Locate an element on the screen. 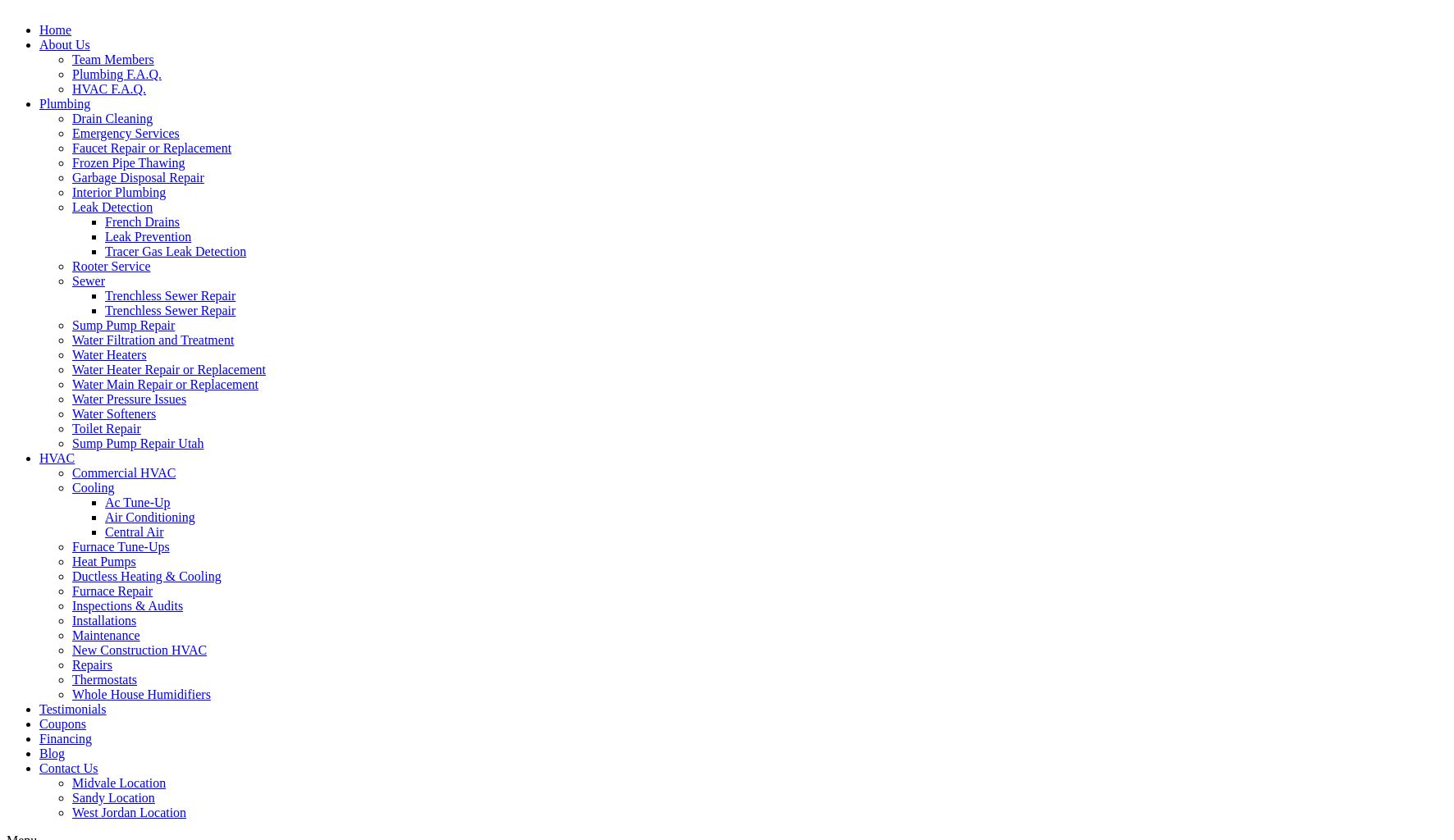  'Tracer Gas Leak Detection' is located at coordinates (104, 249).